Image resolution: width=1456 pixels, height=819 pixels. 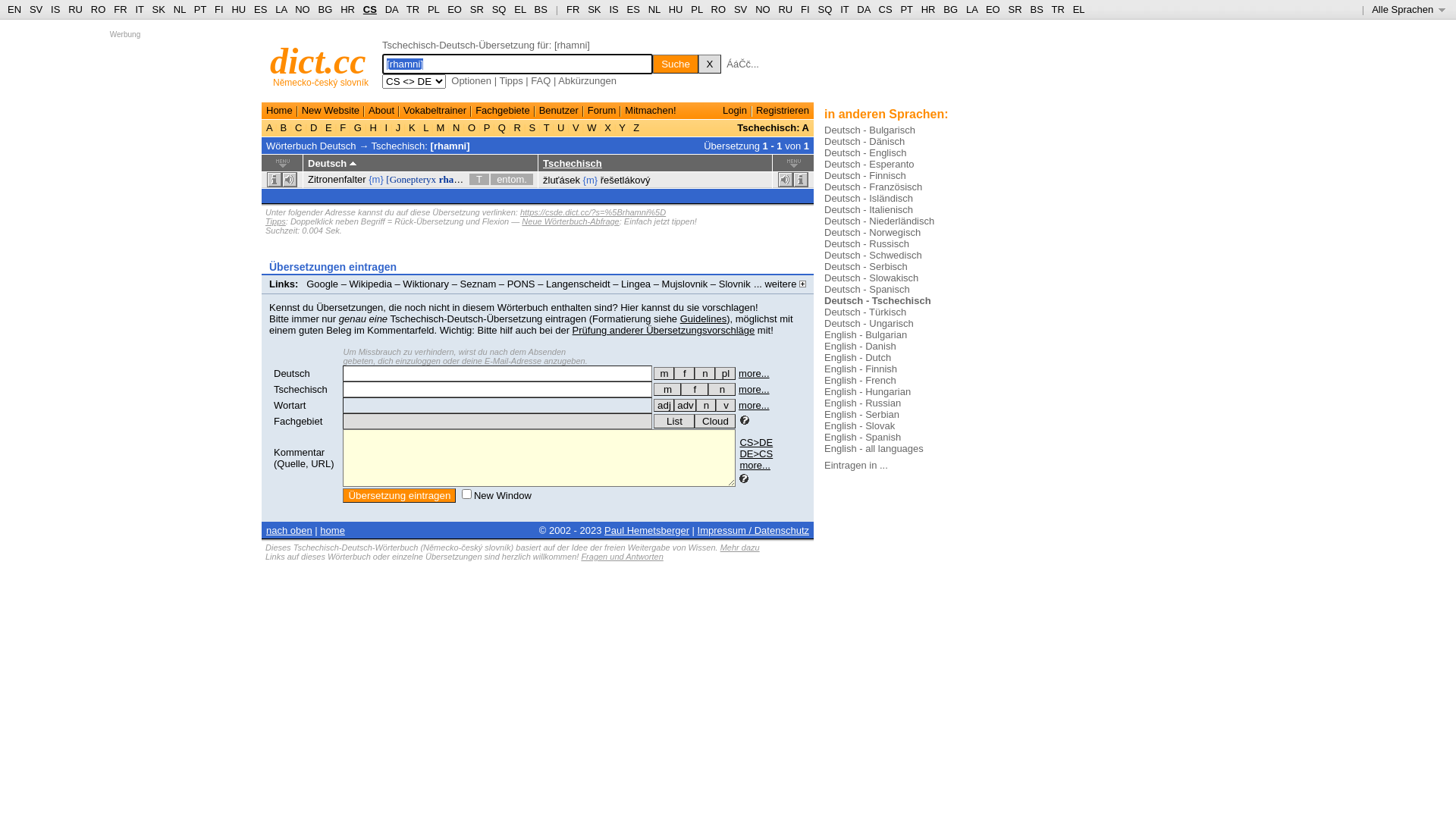 I want to click on 'LA', so click(x=971, y=9).